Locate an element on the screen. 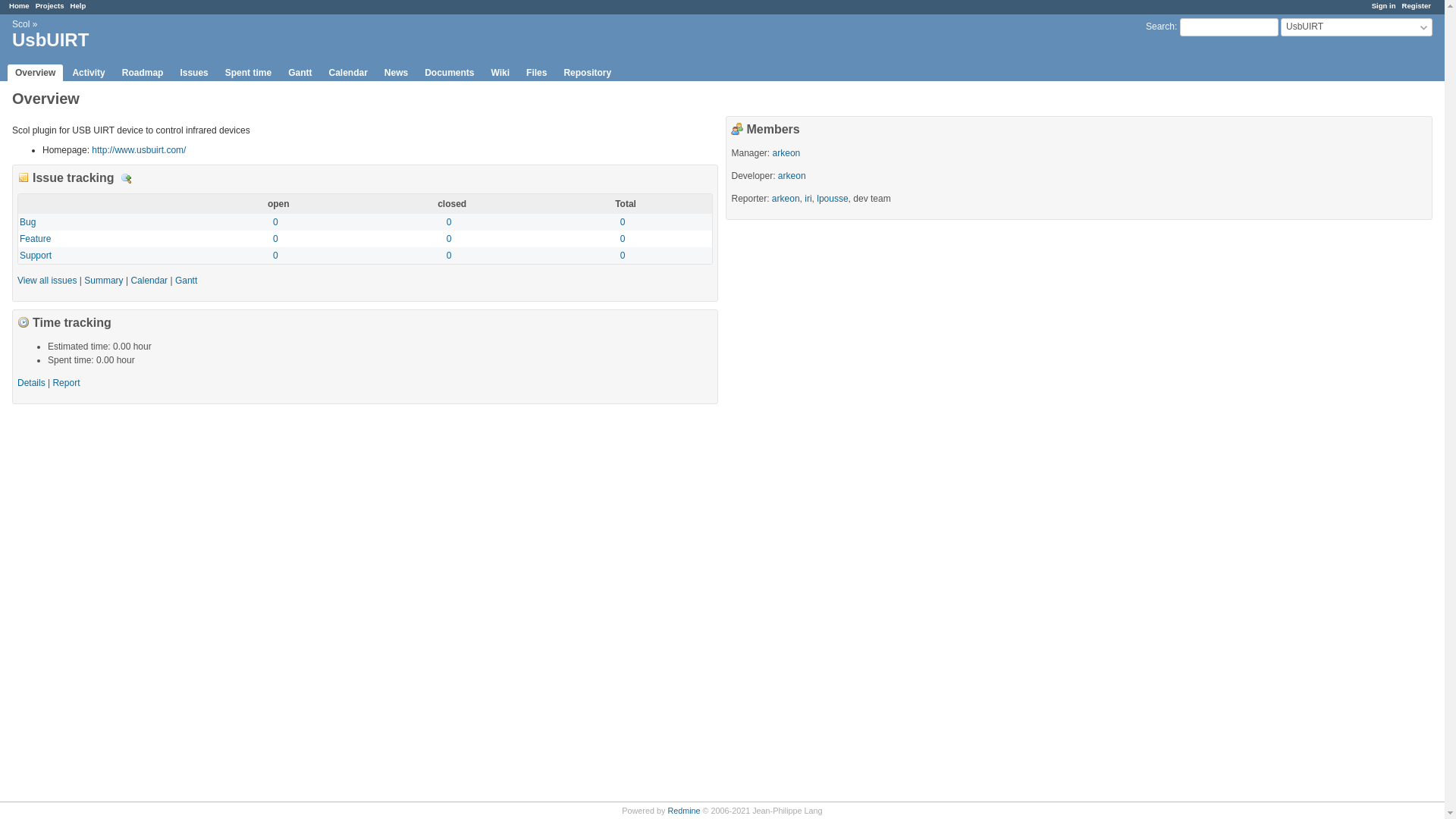  'Repository' is located at coordinates (586, 73).